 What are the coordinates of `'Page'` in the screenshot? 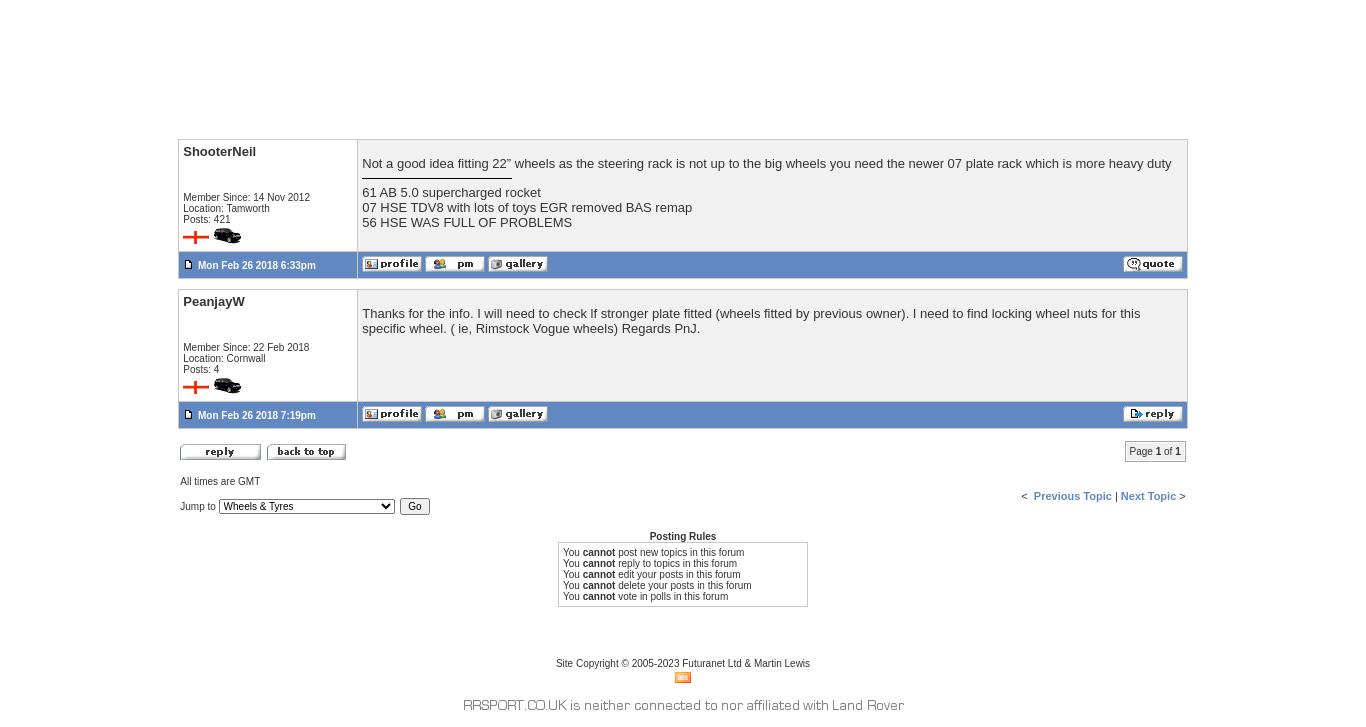 It's located at (1141, 450).